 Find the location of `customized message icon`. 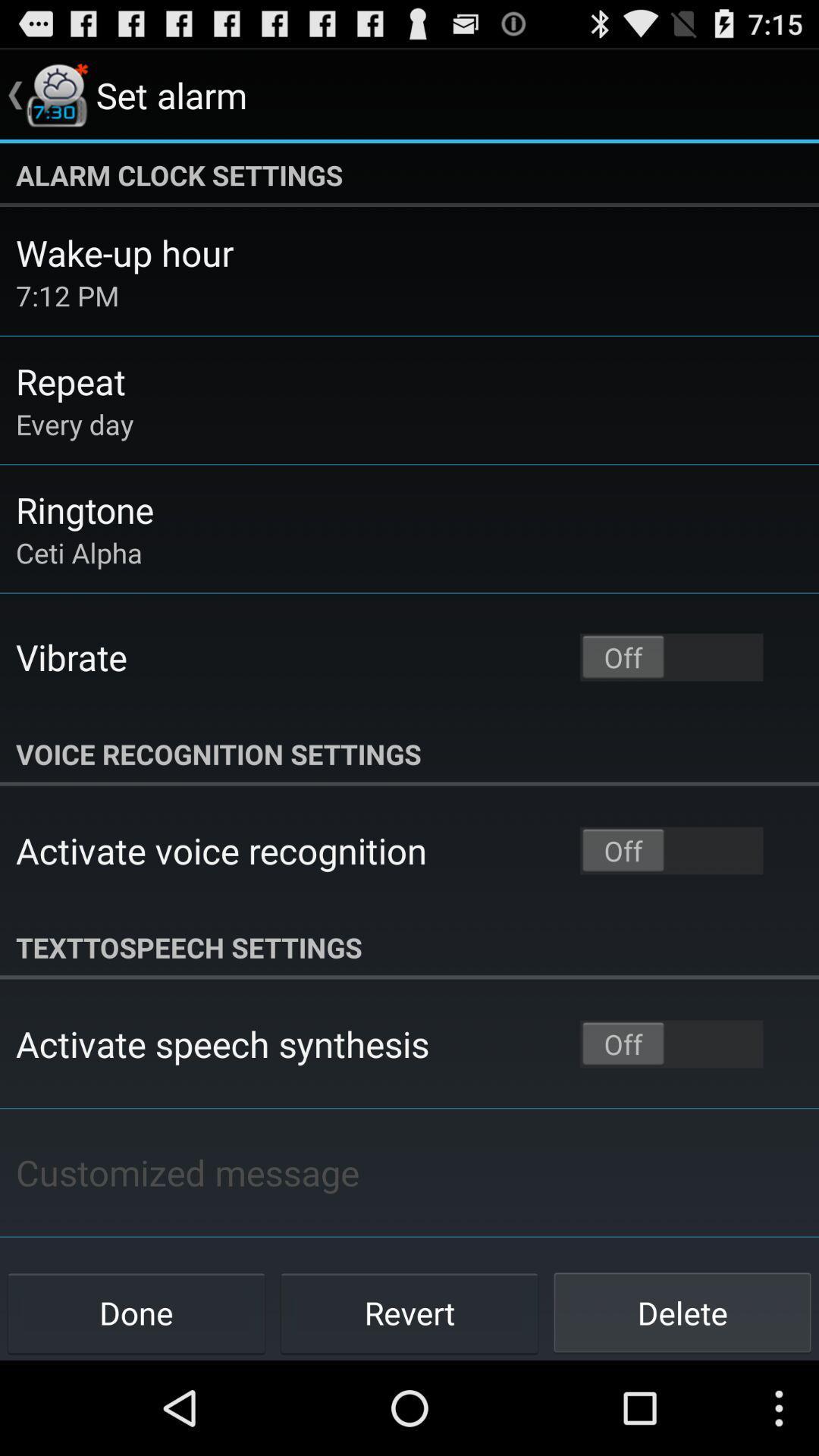

customized message icon is located at coordinates (187, 1172).